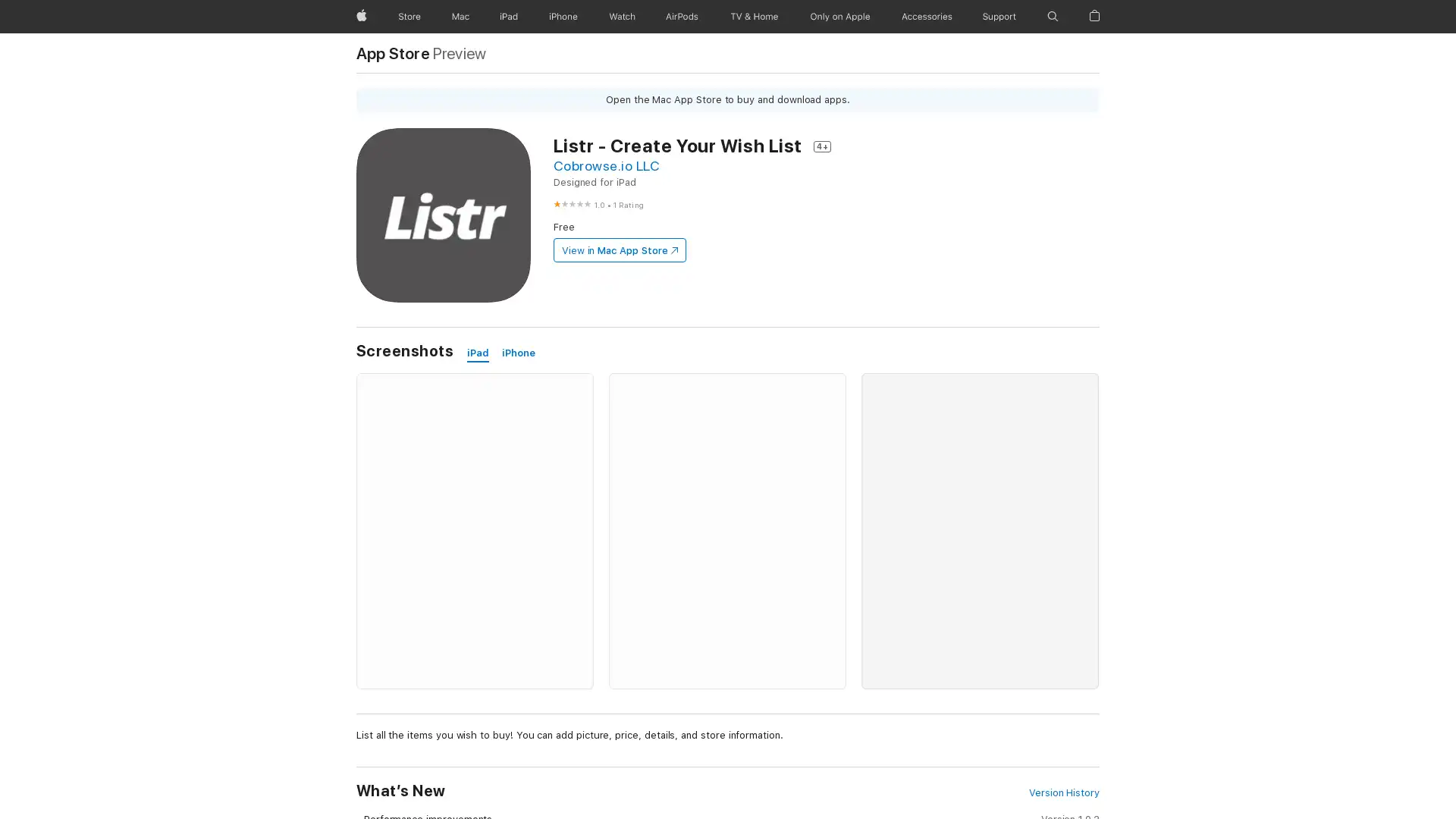  Describe the element at coordinates (1062, 792) in the screenshot. I see `Version History` at that location.